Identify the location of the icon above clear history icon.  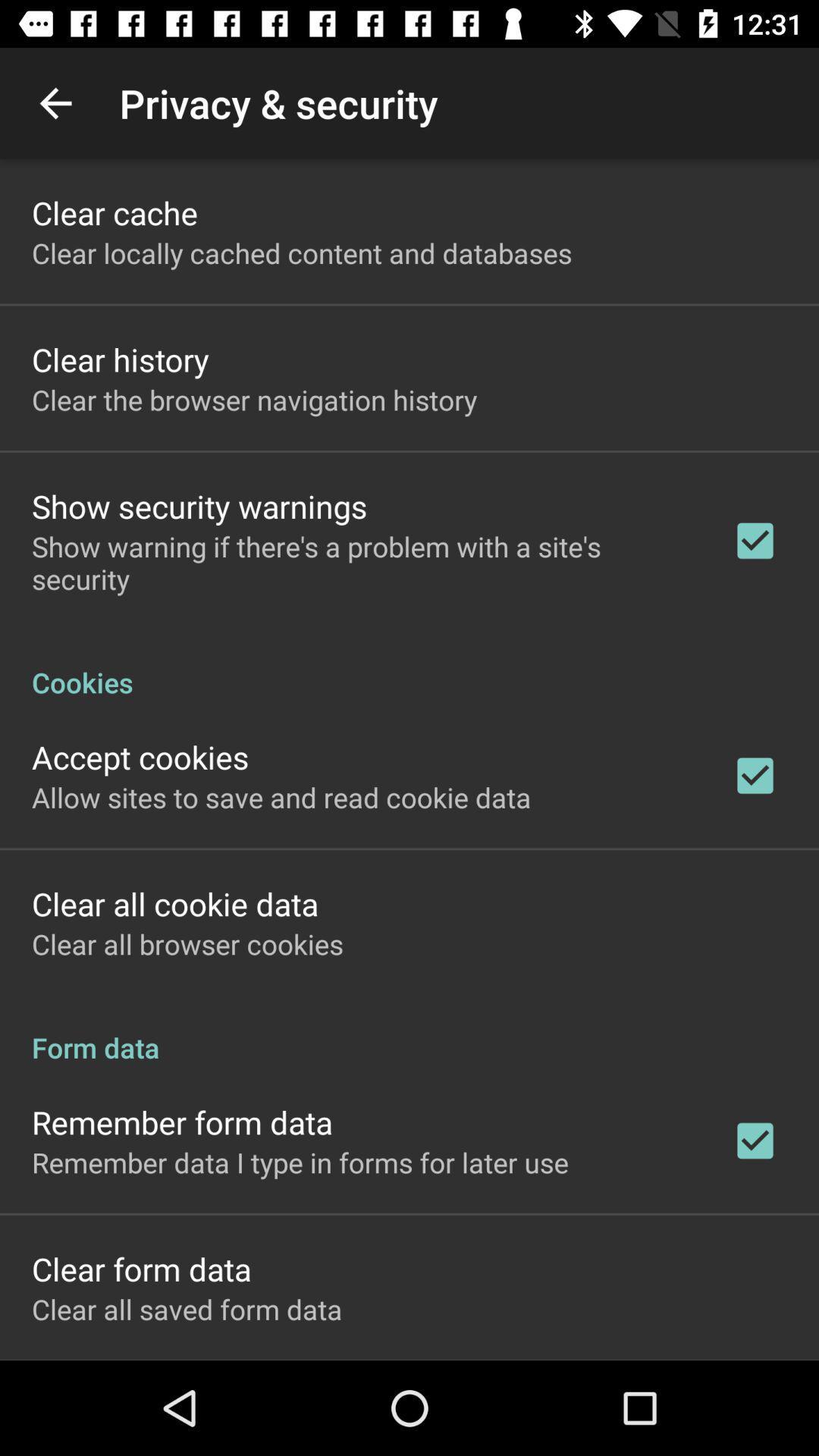
(302, 253).